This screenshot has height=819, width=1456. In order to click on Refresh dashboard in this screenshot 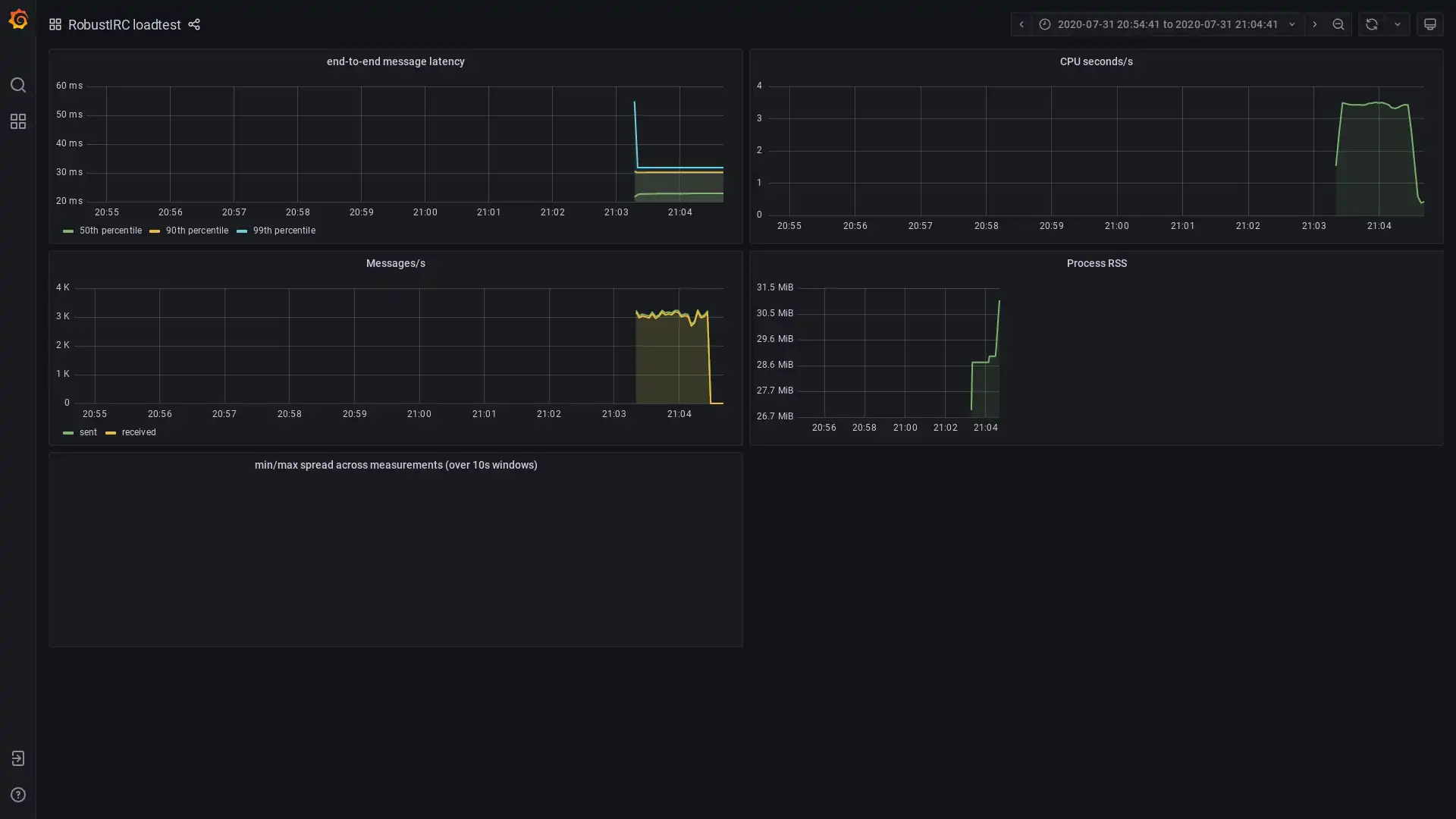, I will do `click(1371, 24)`.